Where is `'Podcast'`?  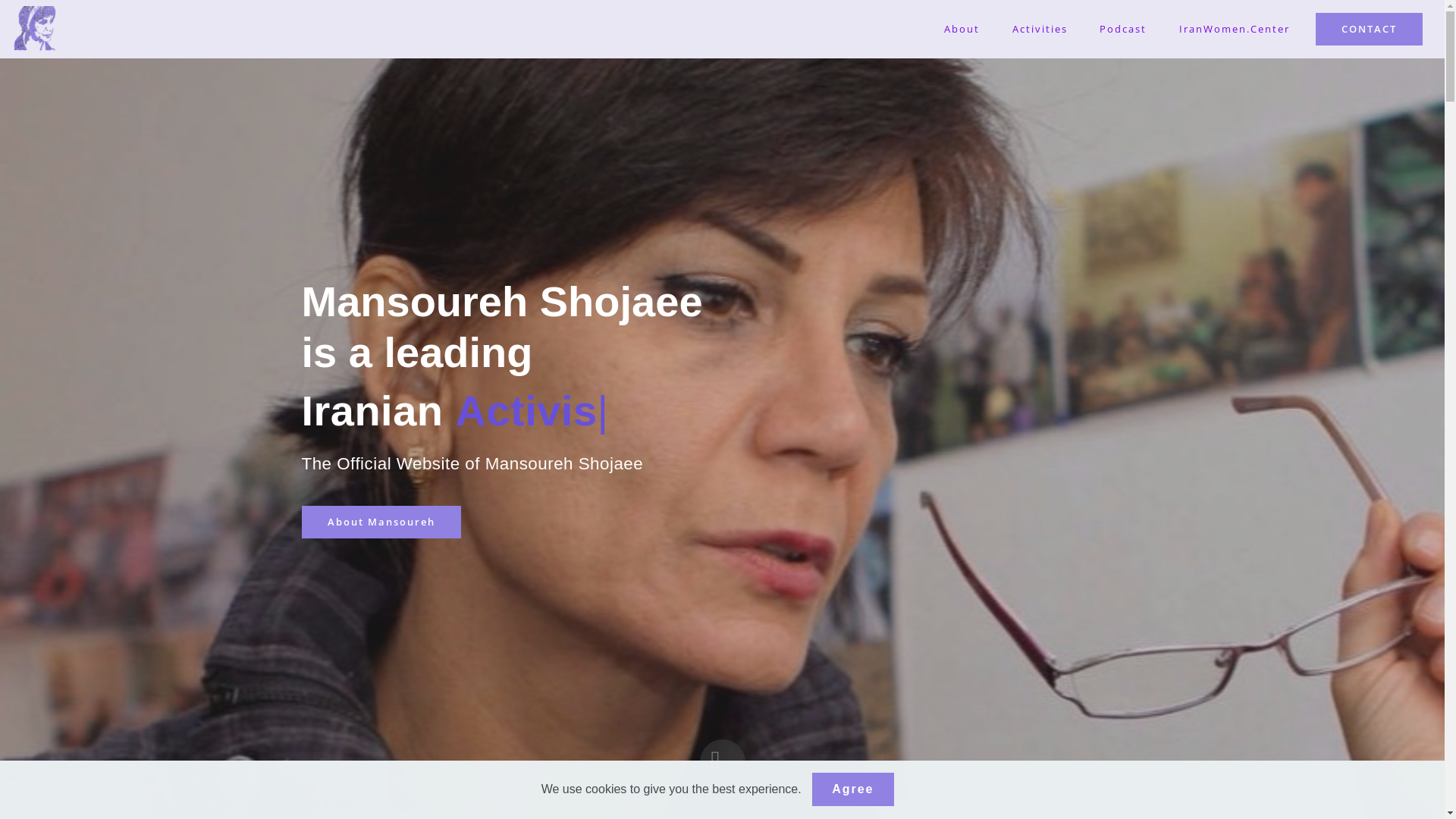 'Podcast' is located at coordinates (1123, 29).